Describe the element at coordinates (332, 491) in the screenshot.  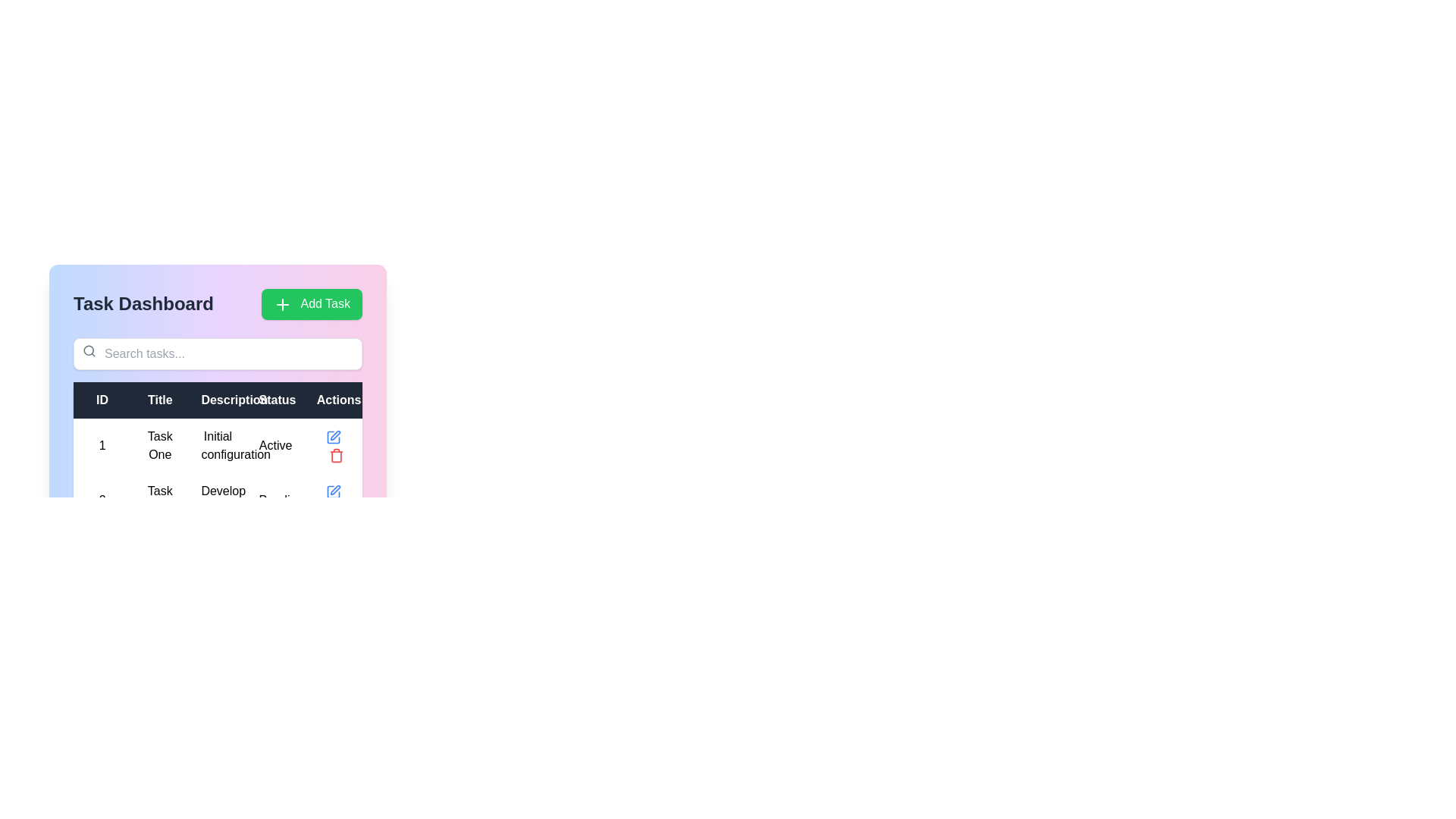
I see `the editing icon button located in the 'Actions' column of the first row in the task dashboard` at that location.